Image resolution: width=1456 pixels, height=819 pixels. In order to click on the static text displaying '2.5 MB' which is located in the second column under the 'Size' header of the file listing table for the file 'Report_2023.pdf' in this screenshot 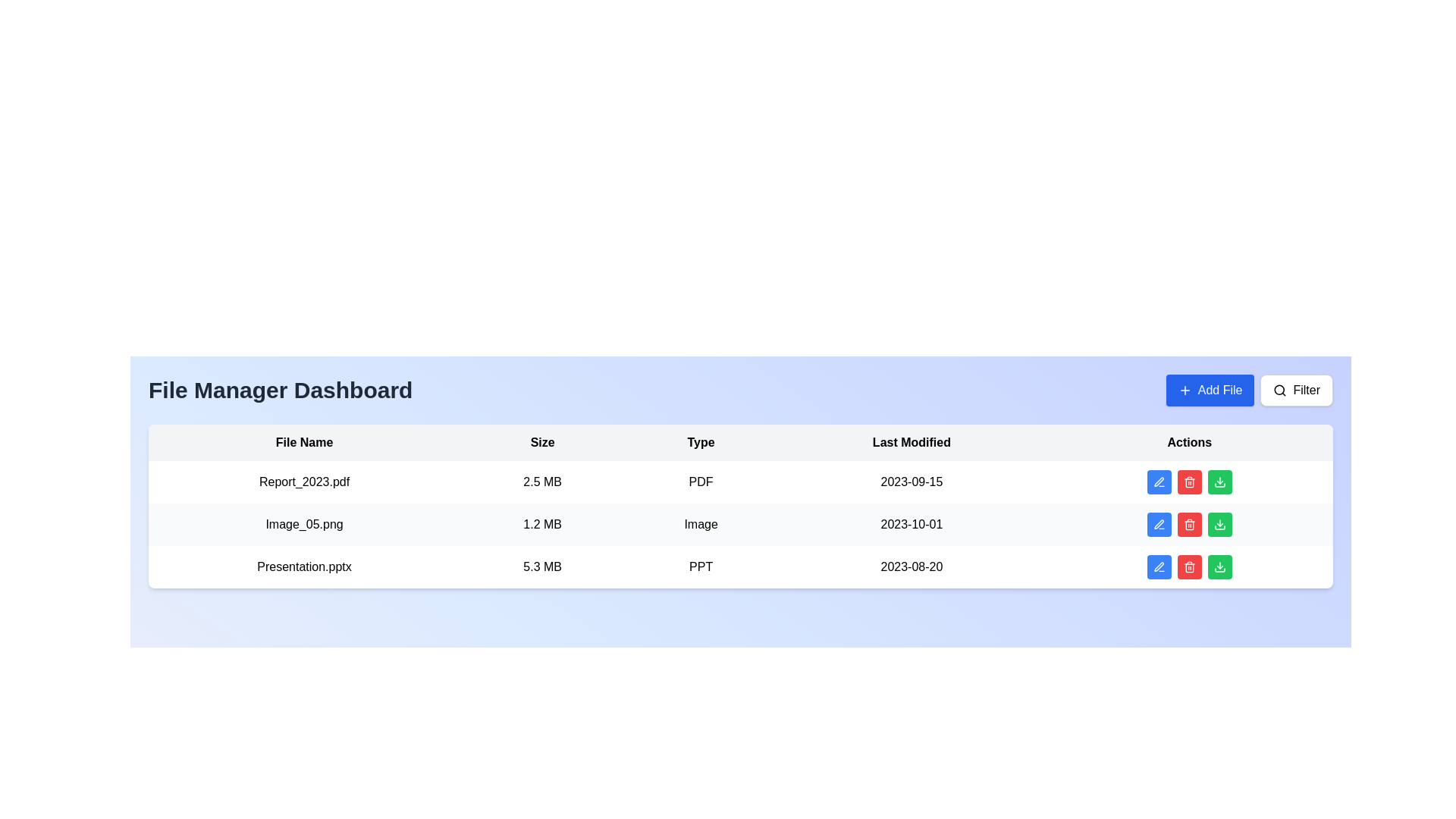, I will do `click(542, 482)`.